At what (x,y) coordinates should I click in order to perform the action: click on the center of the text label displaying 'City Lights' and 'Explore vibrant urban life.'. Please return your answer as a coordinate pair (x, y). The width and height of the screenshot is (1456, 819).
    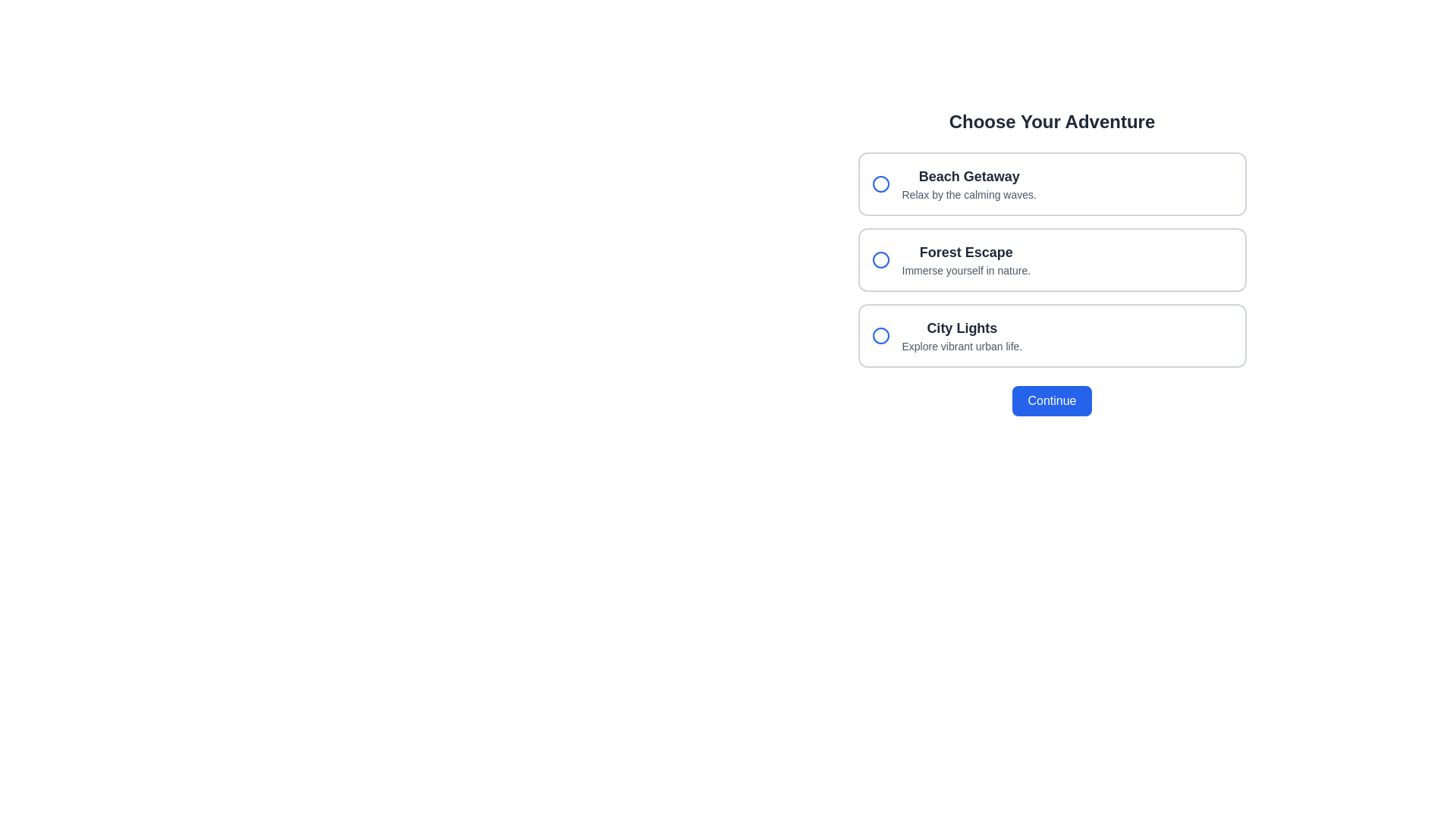
    Looking at the image, I should click on (960, 335).